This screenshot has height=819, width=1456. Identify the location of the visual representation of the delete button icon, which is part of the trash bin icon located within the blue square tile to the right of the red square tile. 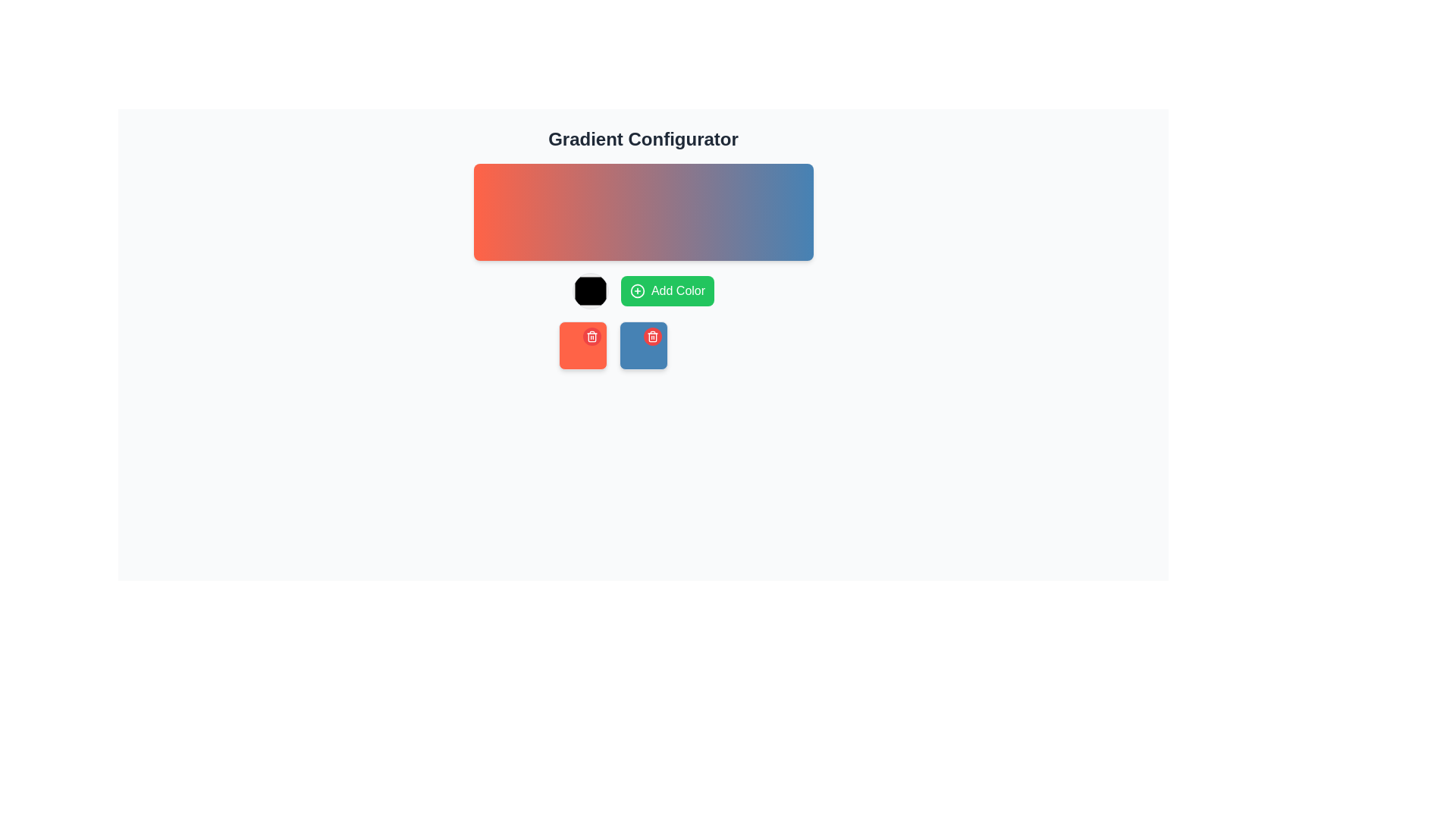
(591, 337).